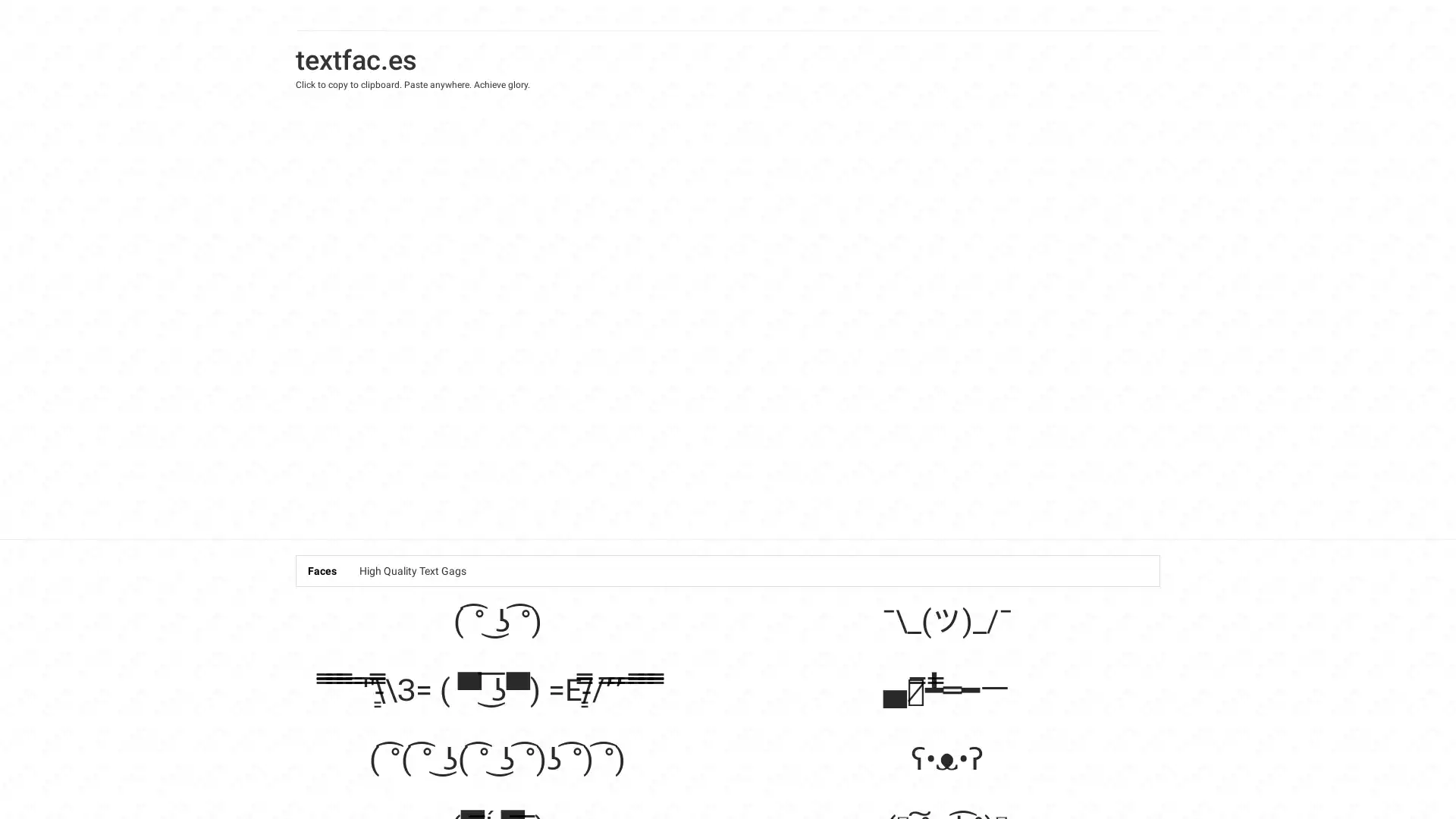 This screenshot has height=819, width=1456. Describe the element at coordinates (946, 620) in the screenshot. I see `\_()_/` at that location.